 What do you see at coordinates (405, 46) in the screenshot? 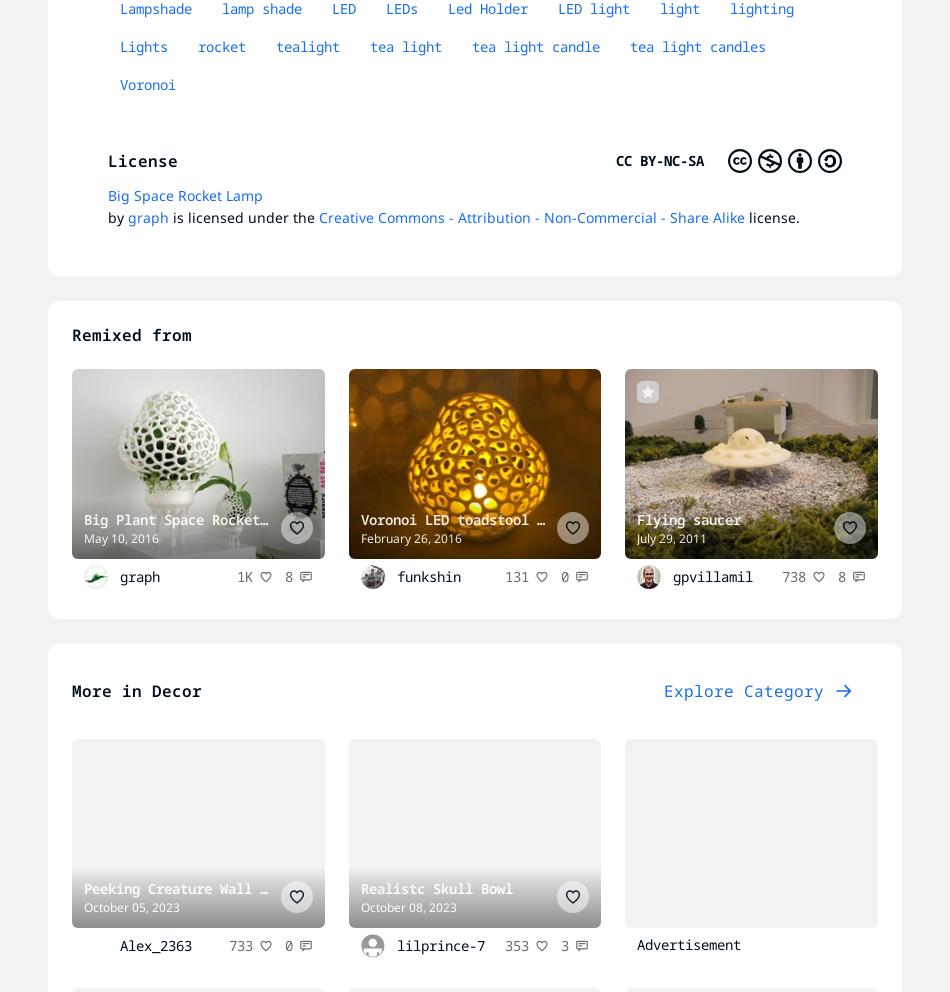
I see `'tea light'` at bounding box center [405, 46].